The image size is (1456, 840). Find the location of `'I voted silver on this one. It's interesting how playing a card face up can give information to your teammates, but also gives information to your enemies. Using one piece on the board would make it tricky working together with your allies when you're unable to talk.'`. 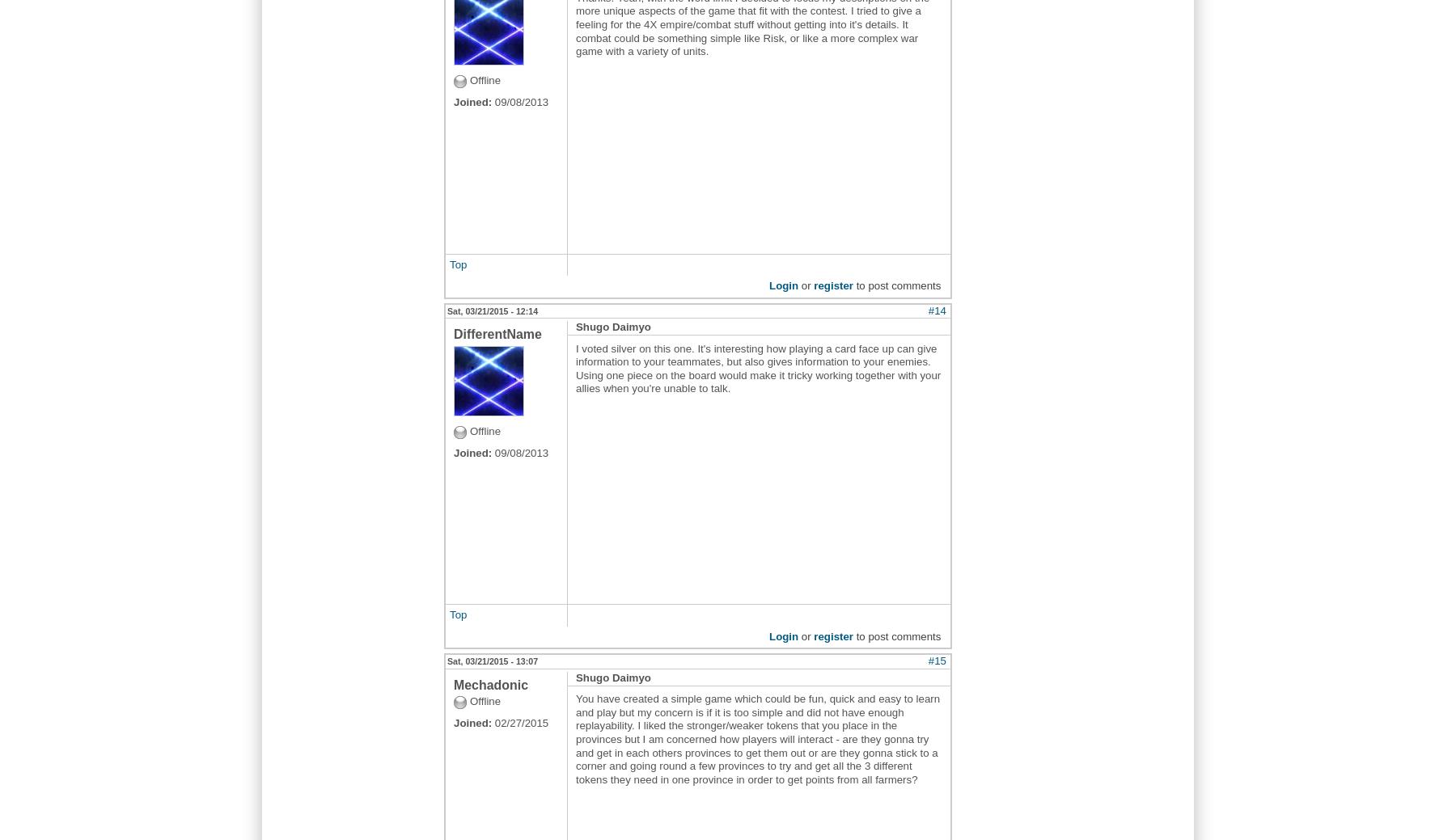

'I voted silver on this one. It's interesting how playing a card face up can give information to your teammates, but also gives information to your enemies. Using one piece on the board would make it tricky working together with your allies when you're unable to talk.' is located at coordinates (757, 367).